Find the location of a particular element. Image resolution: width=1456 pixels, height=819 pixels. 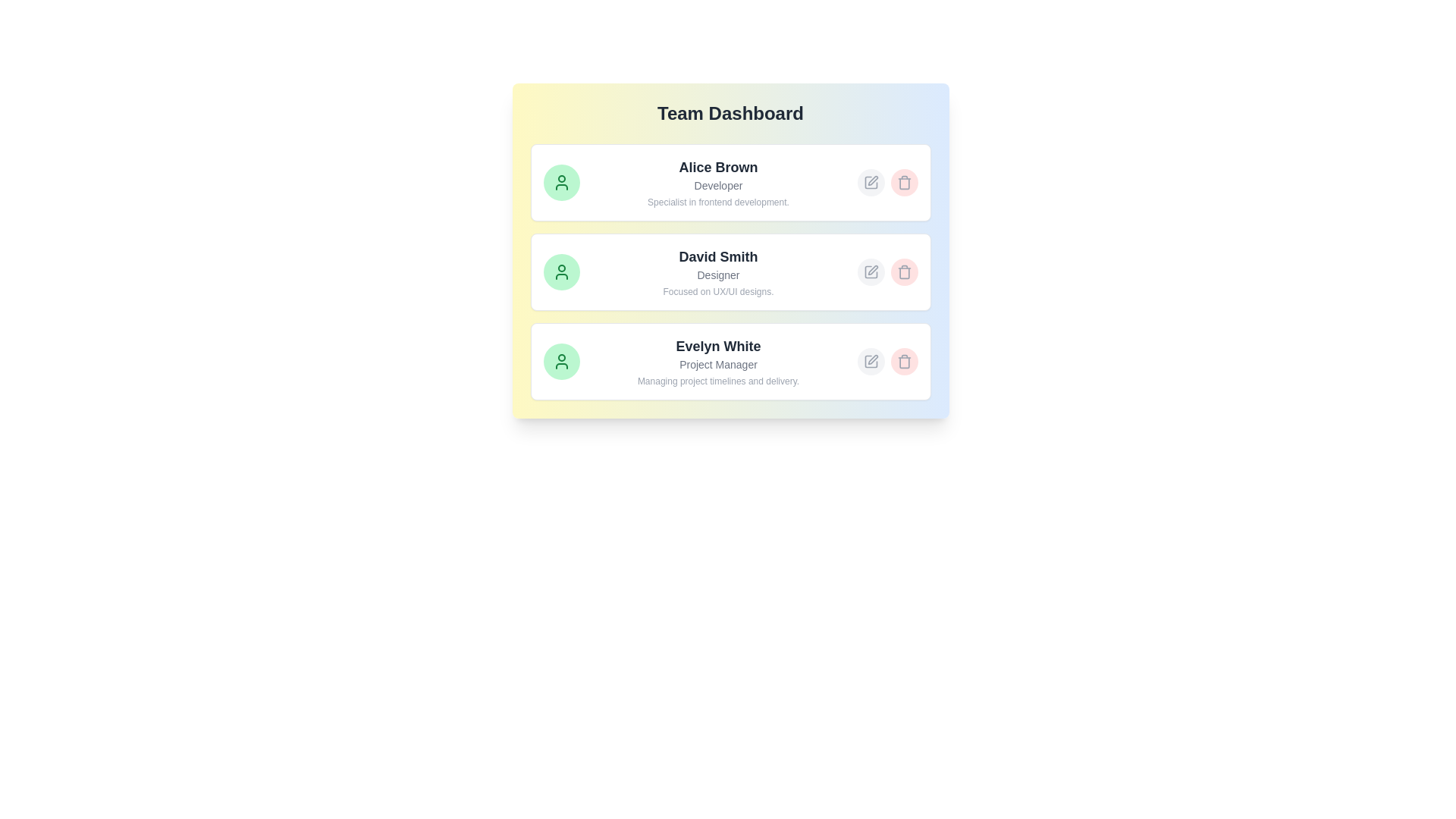

the SVG user icon within the circular green background on the left side of the third profile card for 'Evelyn White' is located at coordinates (560, 362).